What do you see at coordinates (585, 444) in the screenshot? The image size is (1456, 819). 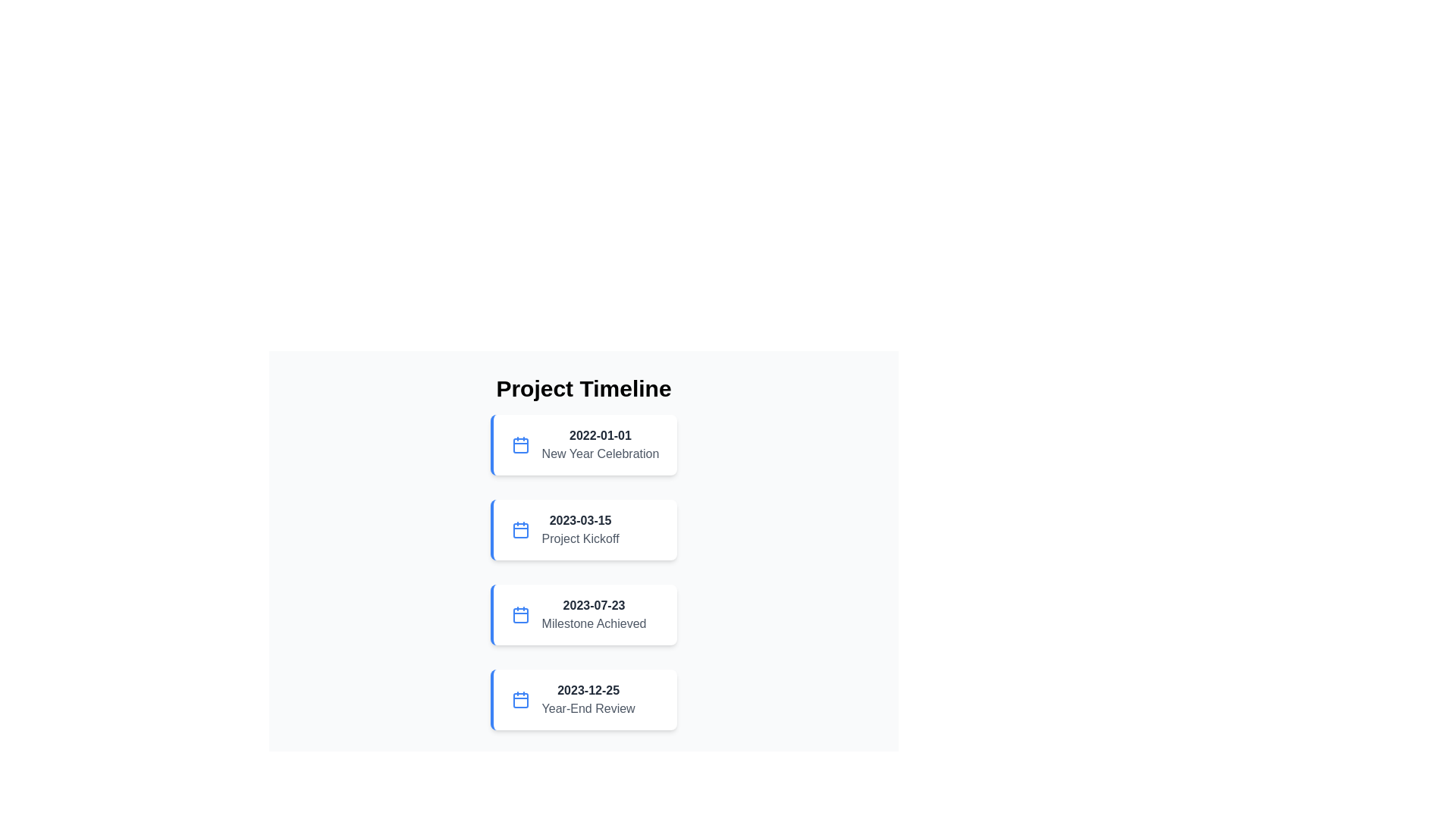 I see `the first List Item (Event) displaying the date '2022-01-01' and title 'New Year Celebration'` at bounding box center [585, 444].